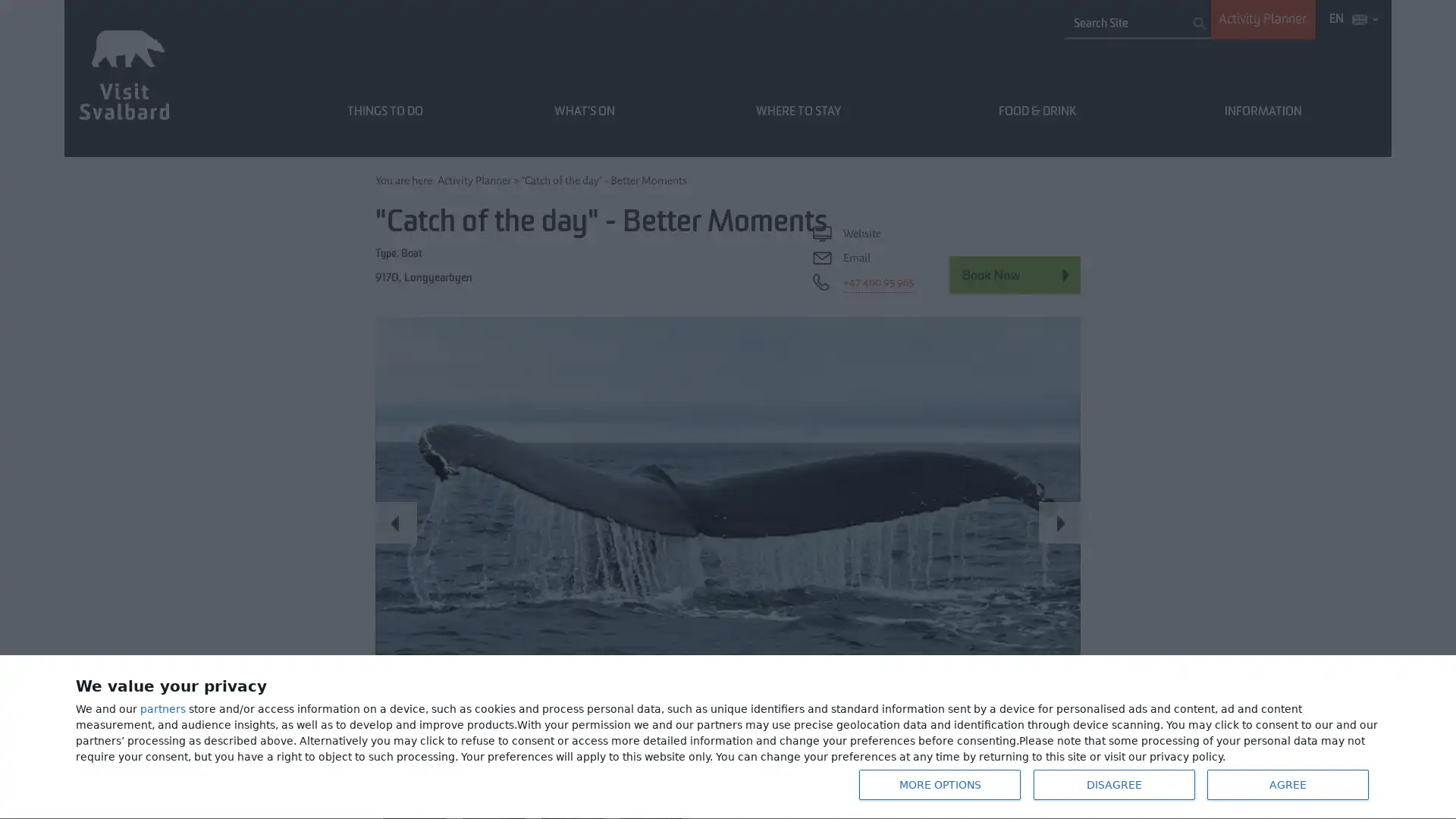 This screenshot has height=819, width=1456. Describe the element at coordinates (1286, 784) in the screenshot. I see `AGREE` at that location.